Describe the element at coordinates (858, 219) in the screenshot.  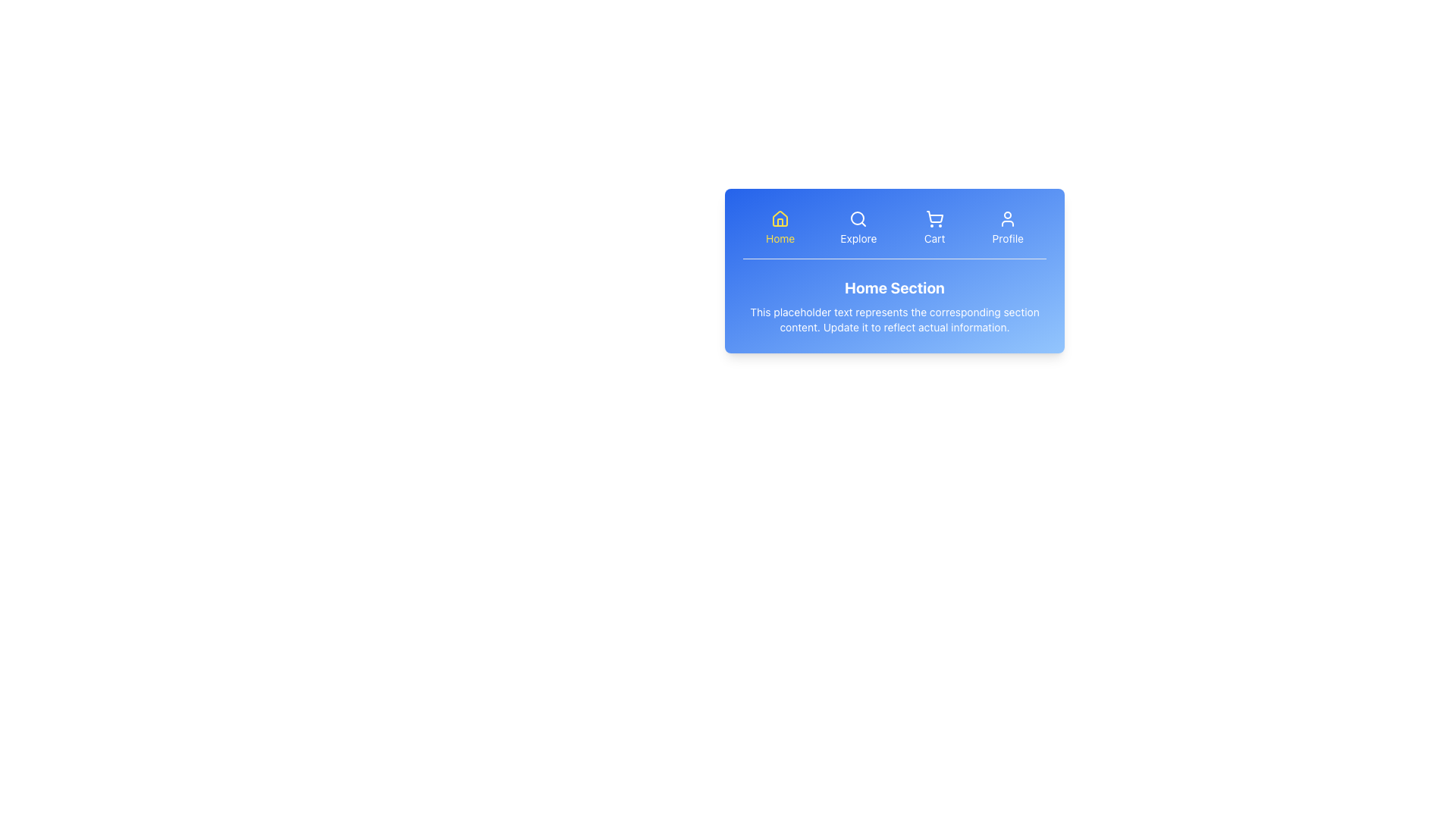
I see `the search icon located in the 'Explore' section of the navigation bar, which serves as a visual cue for search functionality` at that location.